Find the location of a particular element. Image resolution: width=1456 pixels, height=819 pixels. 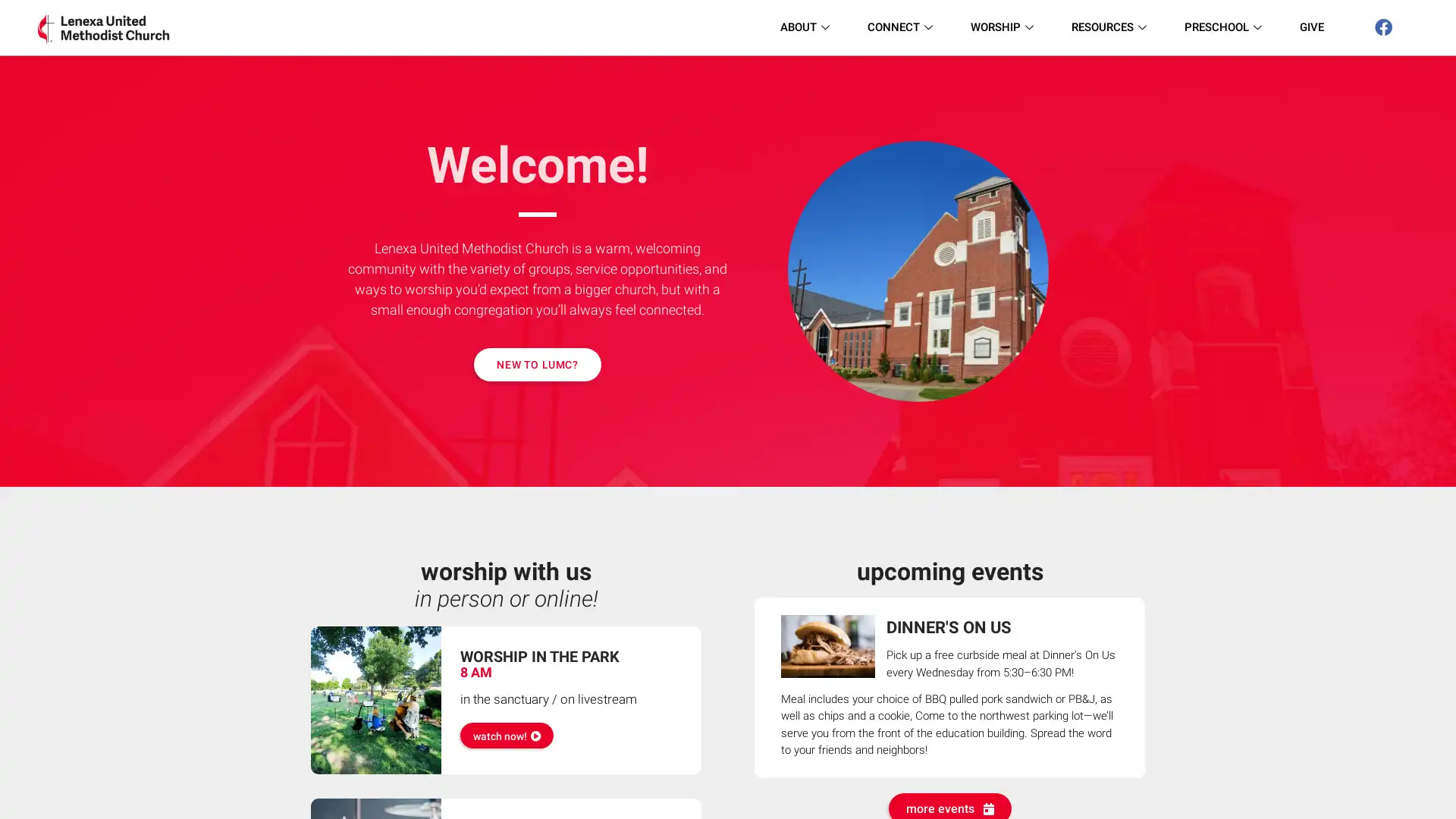

watch now! is located at coordinates (506, 733).